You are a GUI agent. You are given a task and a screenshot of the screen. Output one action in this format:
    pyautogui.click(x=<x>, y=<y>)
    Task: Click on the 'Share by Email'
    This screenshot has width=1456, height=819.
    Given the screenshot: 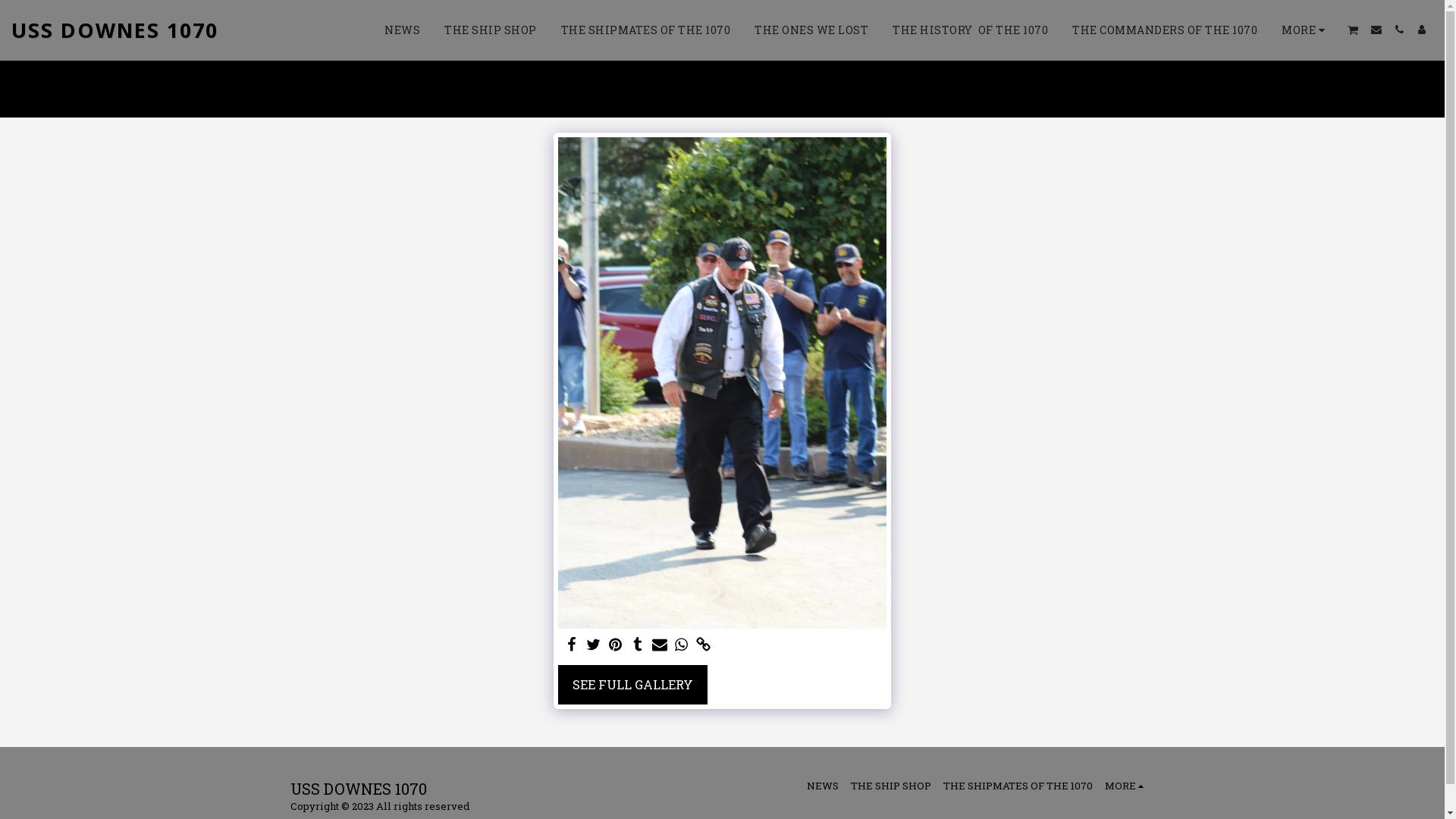 What is the action you would take?
    pyautogui.click(x=651, y=645)
    